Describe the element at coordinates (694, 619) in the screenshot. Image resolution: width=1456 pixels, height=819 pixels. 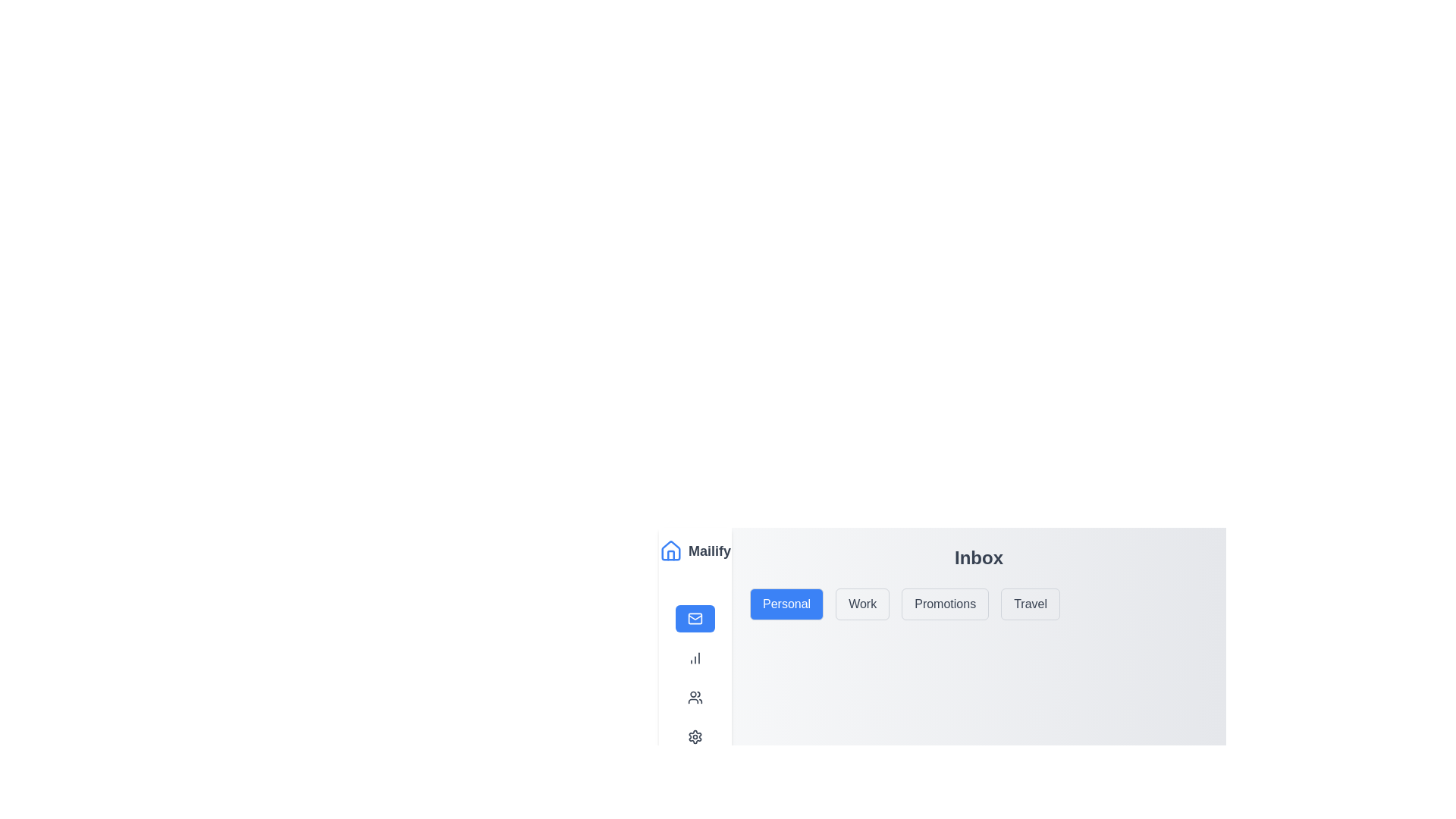
I see `the rectangle part of the mail icon, which is the main body of the envelope icon located in the navigation bar, second from the top and slightly right of the left edge` at that location.